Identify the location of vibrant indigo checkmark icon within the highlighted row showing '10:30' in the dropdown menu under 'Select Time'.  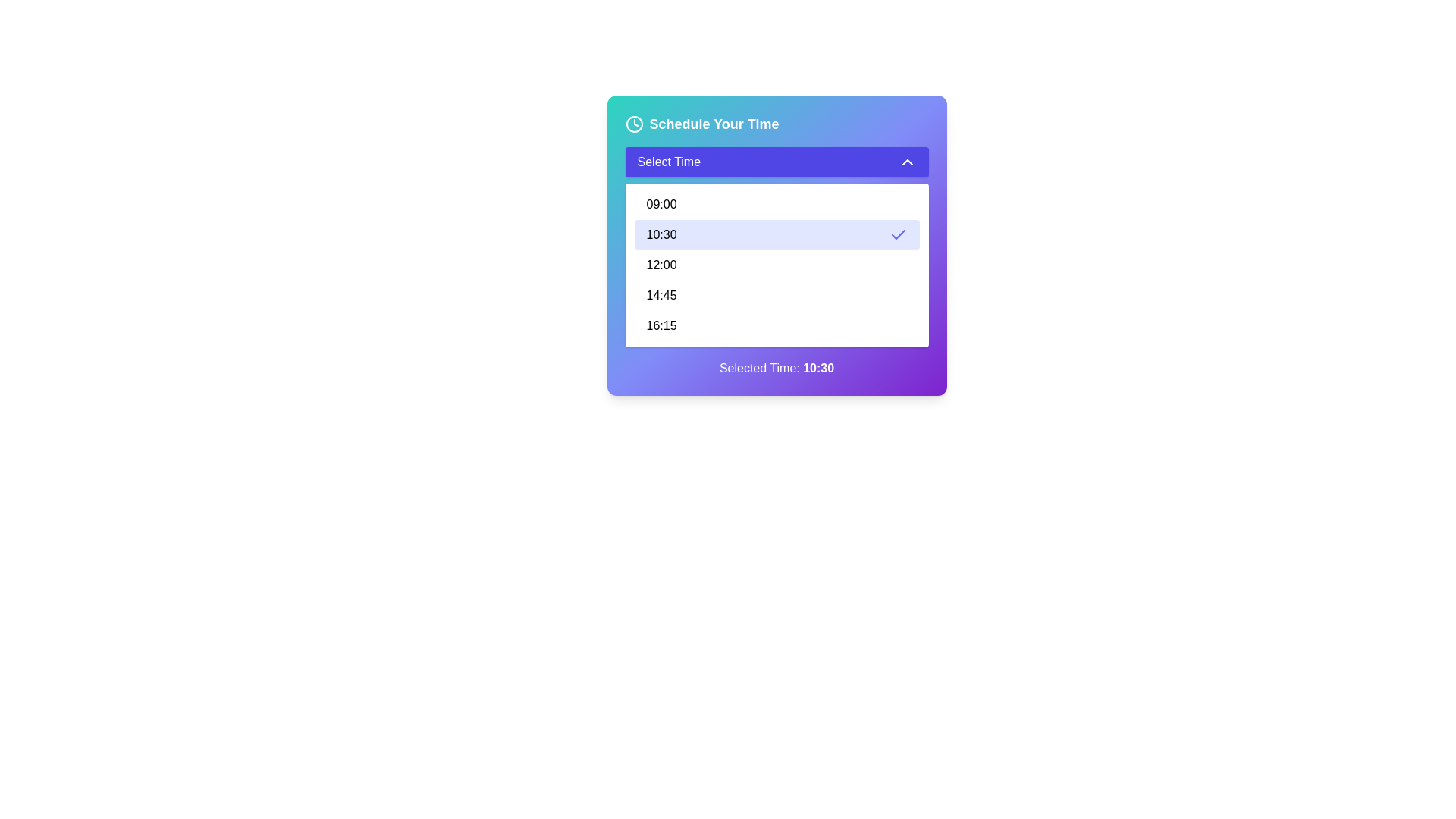
(898, 234).